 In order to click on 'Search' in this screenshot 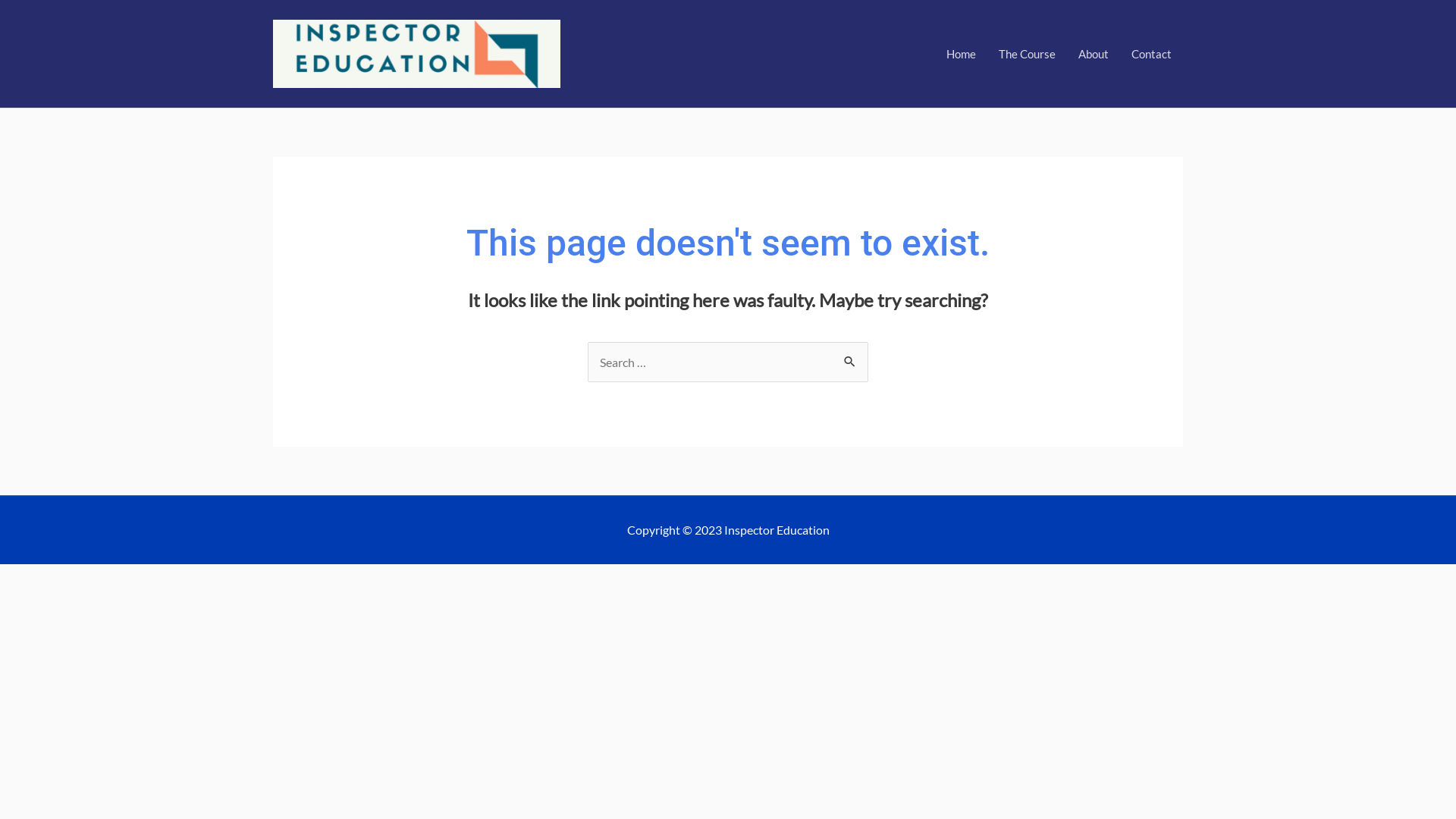, I will do `click(833, 357)`.